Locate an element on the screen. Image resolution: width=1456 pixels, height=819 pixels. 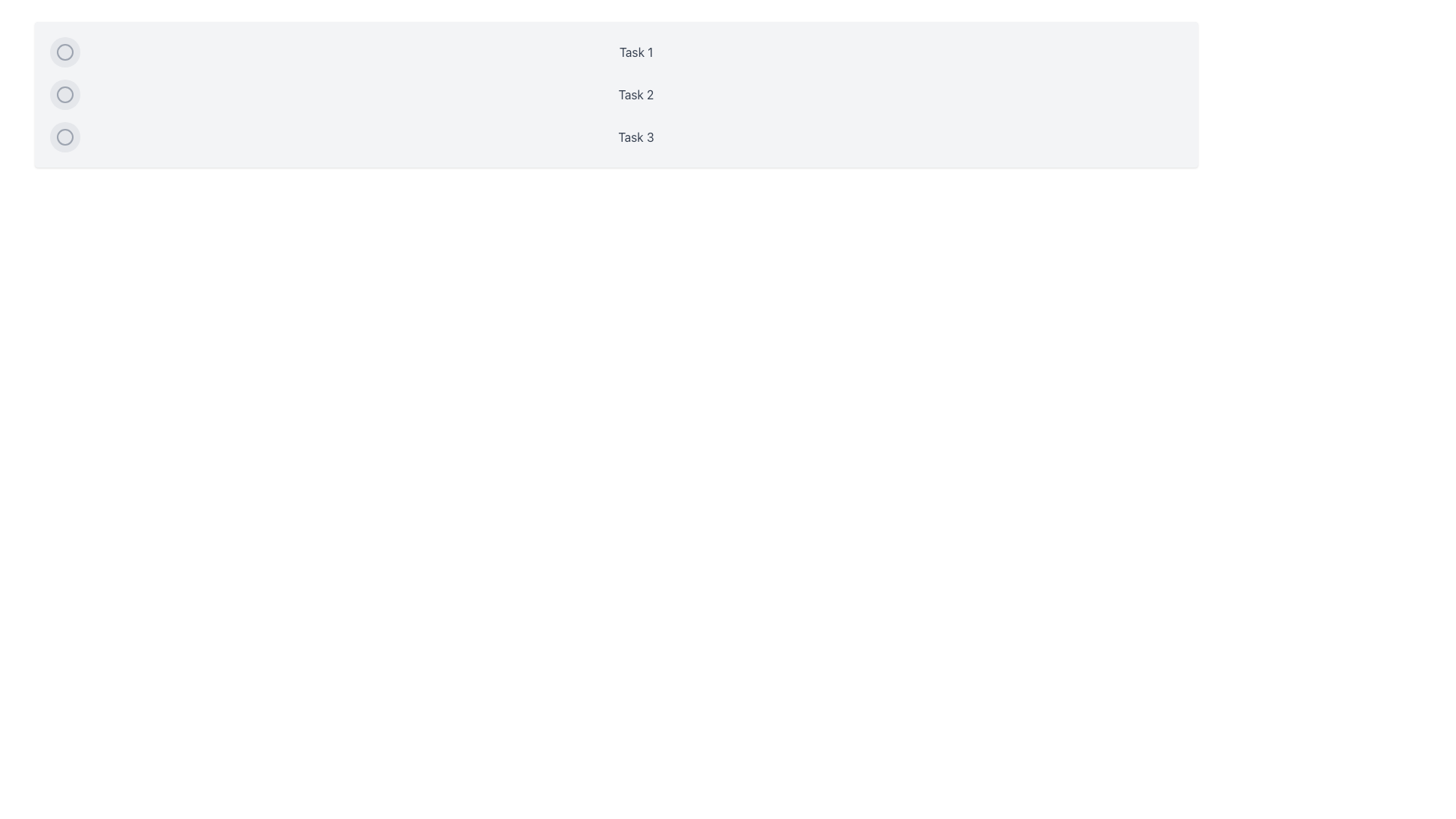
the topmost interactive checkbox next to the label 'Task 1' for keyboard navigation is located at coordinates (64, 52).